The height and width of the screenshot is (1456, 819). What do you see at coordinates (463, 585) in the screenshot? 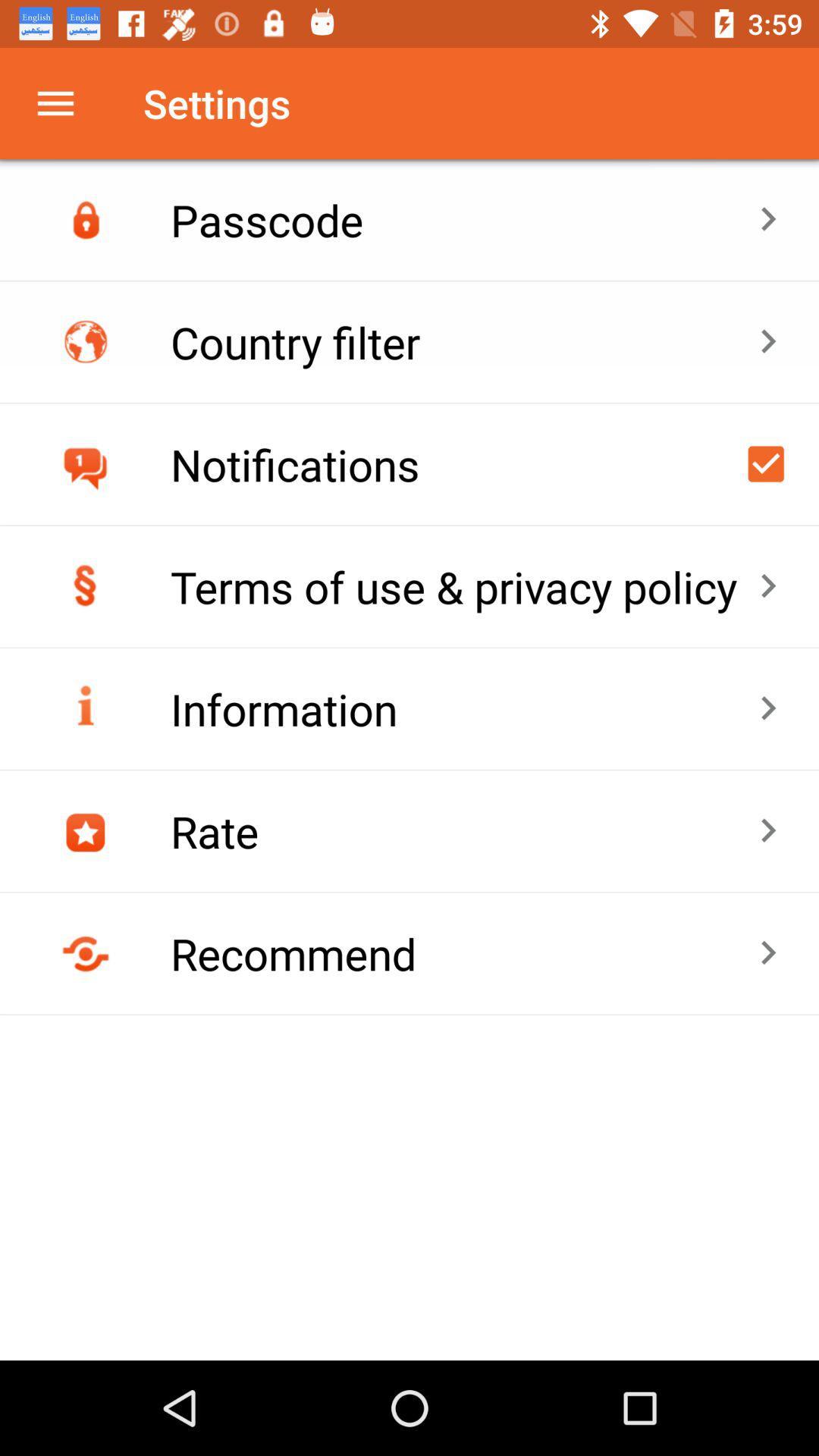
I see `the terms of use item` at bounding box center [463, 585].